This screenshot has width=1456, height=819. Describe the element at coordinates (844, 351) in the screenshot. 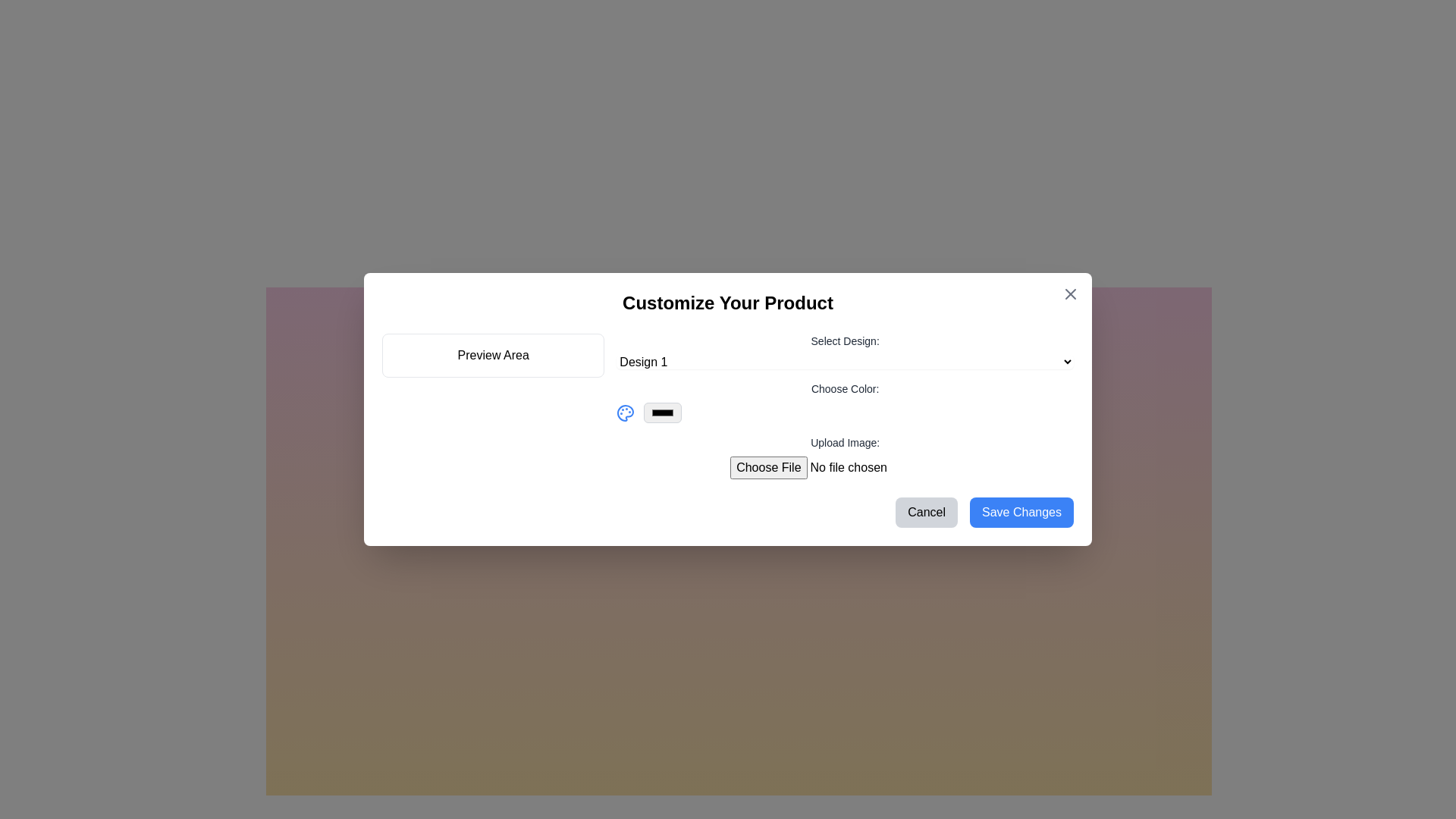

I see `an option from the dropdown menu labeled 'Select Design:' which is styled with a white background and rounded corners, located at the top center of the form under the title 'Customize Your Product'` at that location.